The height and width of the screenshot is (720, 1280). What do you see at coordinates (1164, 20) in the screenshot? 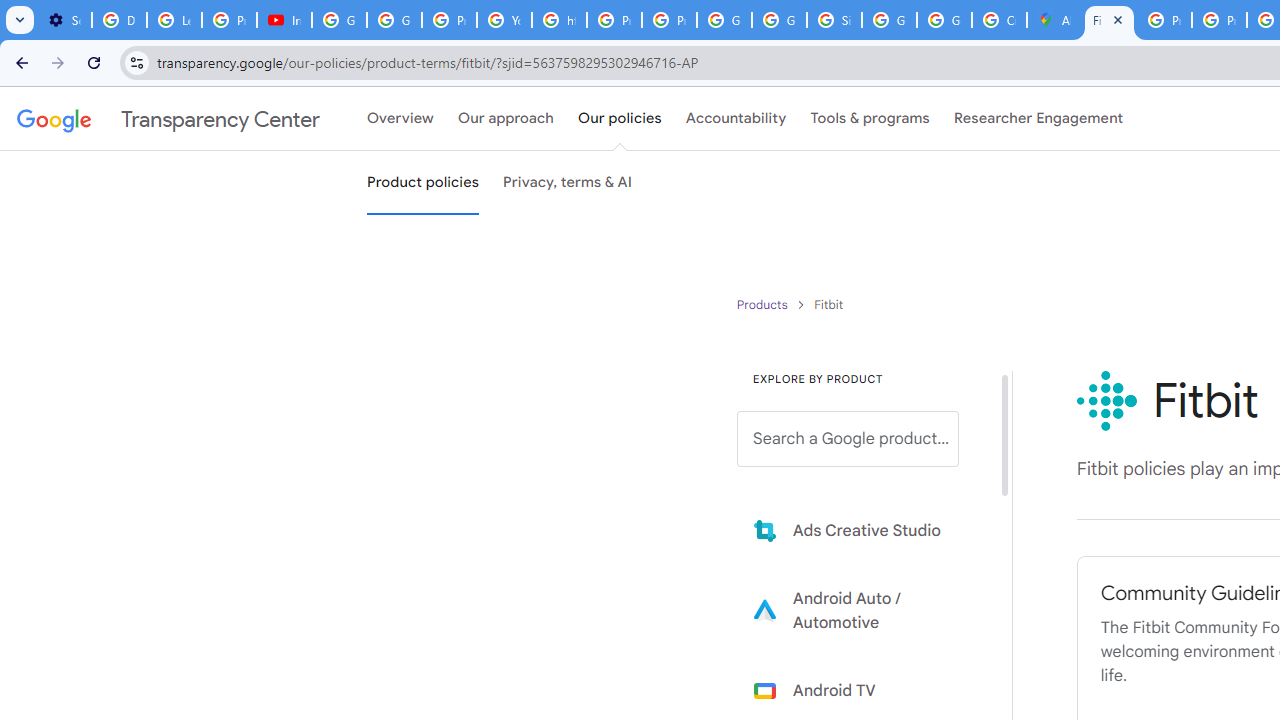
I see `'Privacy Help Center - Policies Help'` at bounding box center [1164, 20].